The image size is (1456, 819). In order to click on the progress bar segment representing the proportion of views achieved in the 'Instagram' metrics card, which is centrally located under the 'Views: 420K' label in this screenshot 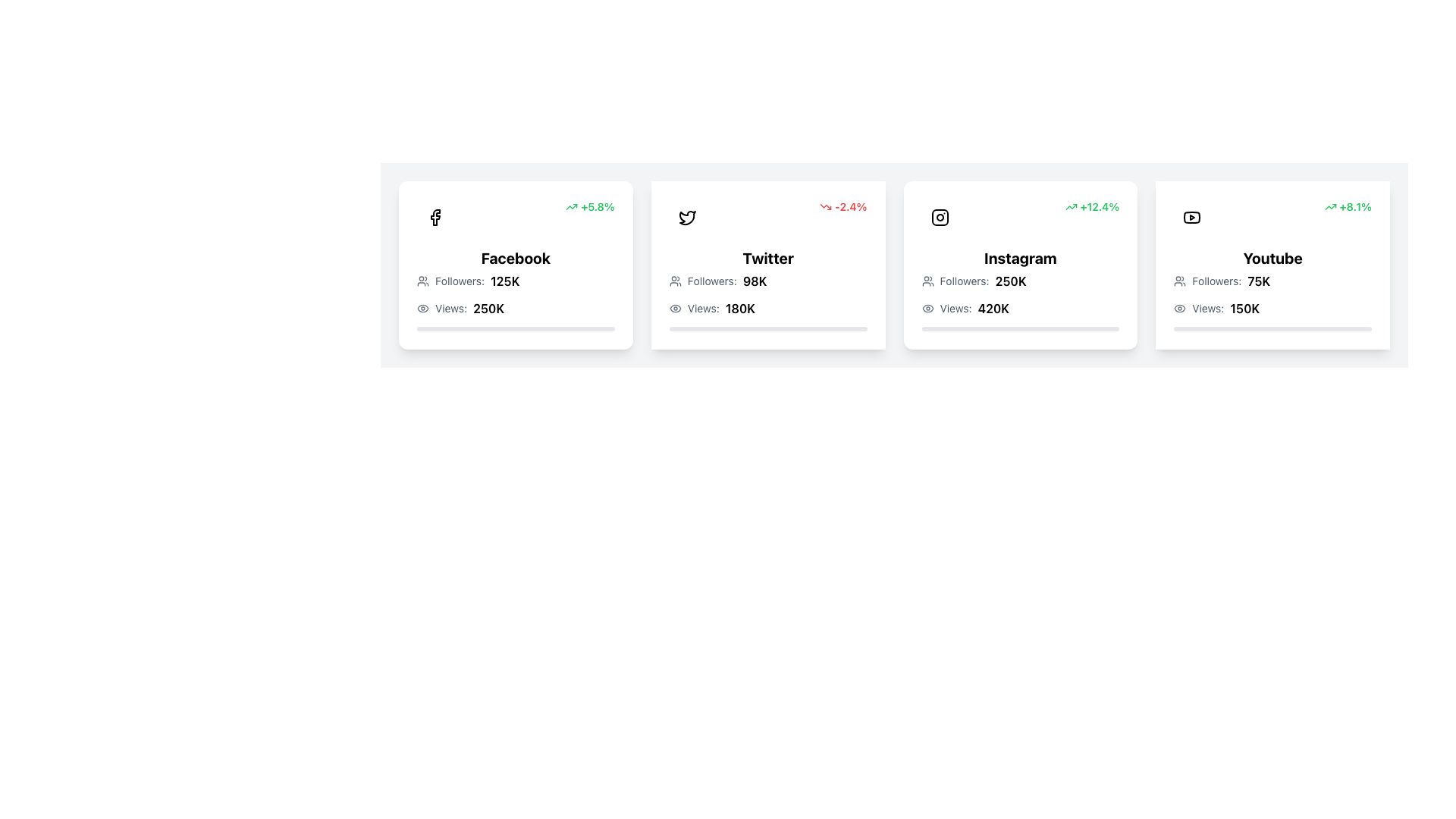, I will do `click(981, 328)`.